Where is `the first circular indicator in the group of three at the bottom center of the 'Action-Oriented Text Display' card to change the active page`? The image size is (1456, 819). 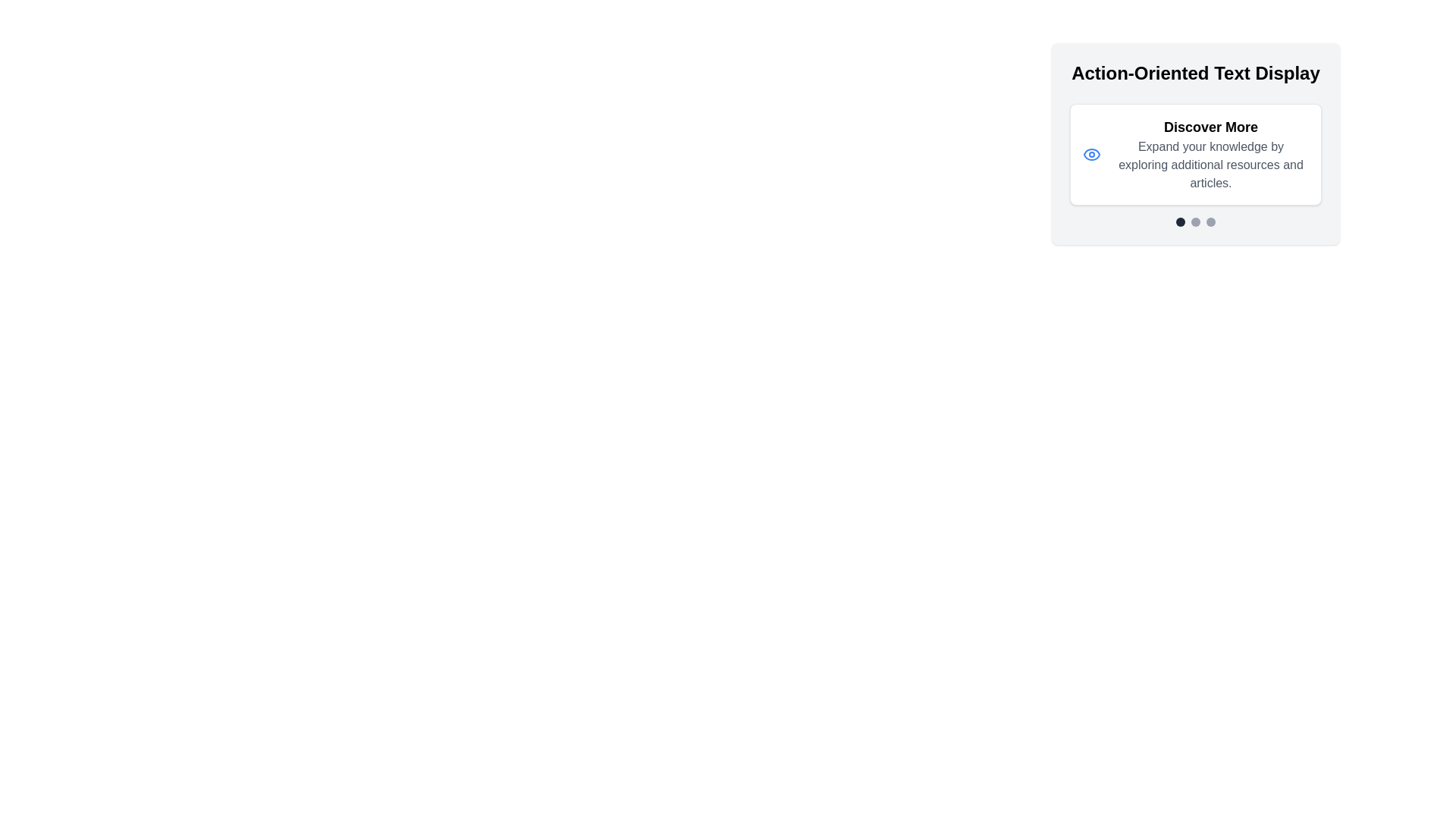 the first circular indicator in the group of three at the bottom center of the 'Action-Oriented Text Display' card to change the active page is located at coordinates (1179, 222).